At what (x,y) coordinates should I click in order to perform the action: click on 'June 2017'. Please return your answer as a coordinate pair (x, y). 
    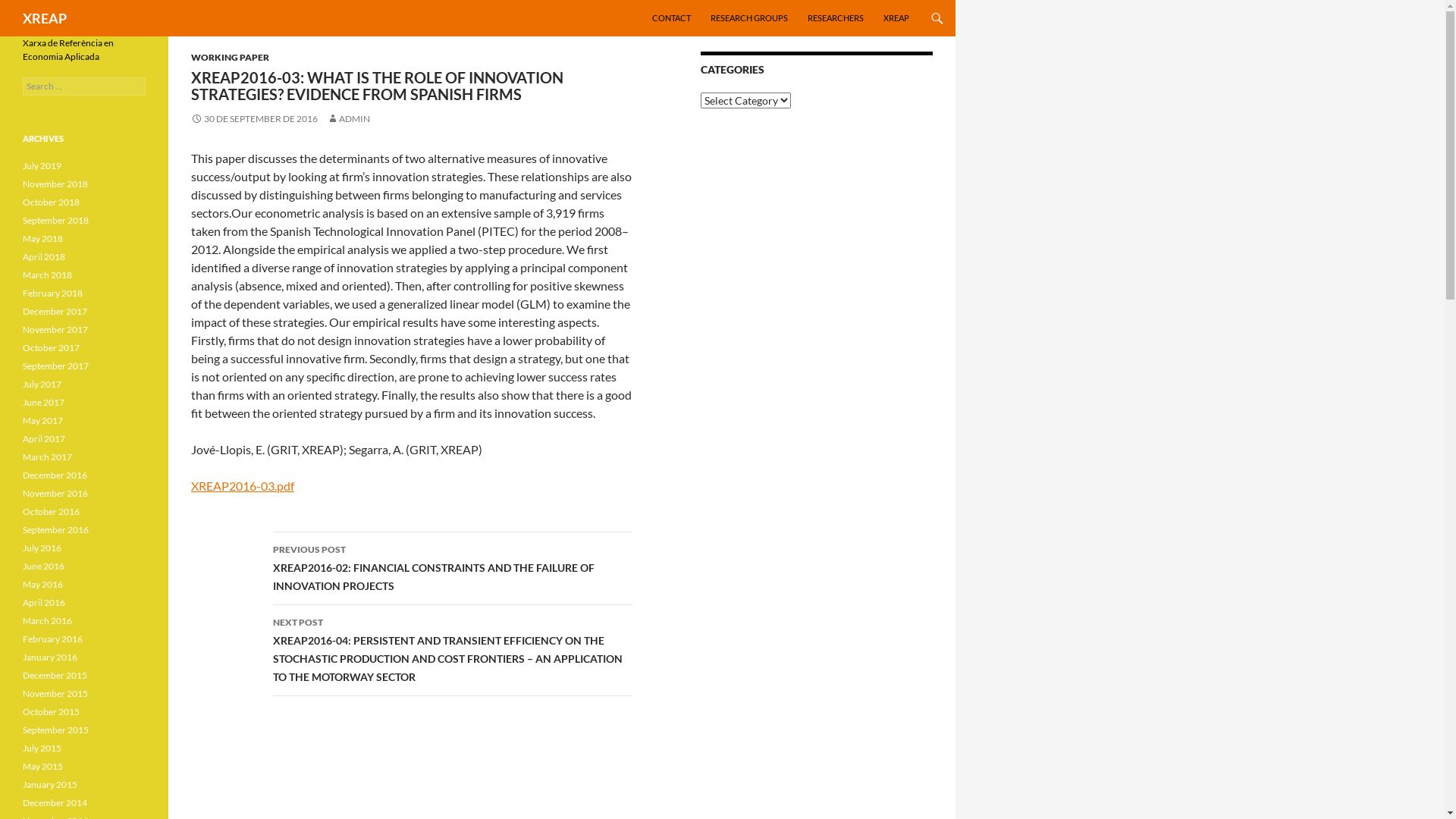
    Looking at the image, I should click on (43, 401).